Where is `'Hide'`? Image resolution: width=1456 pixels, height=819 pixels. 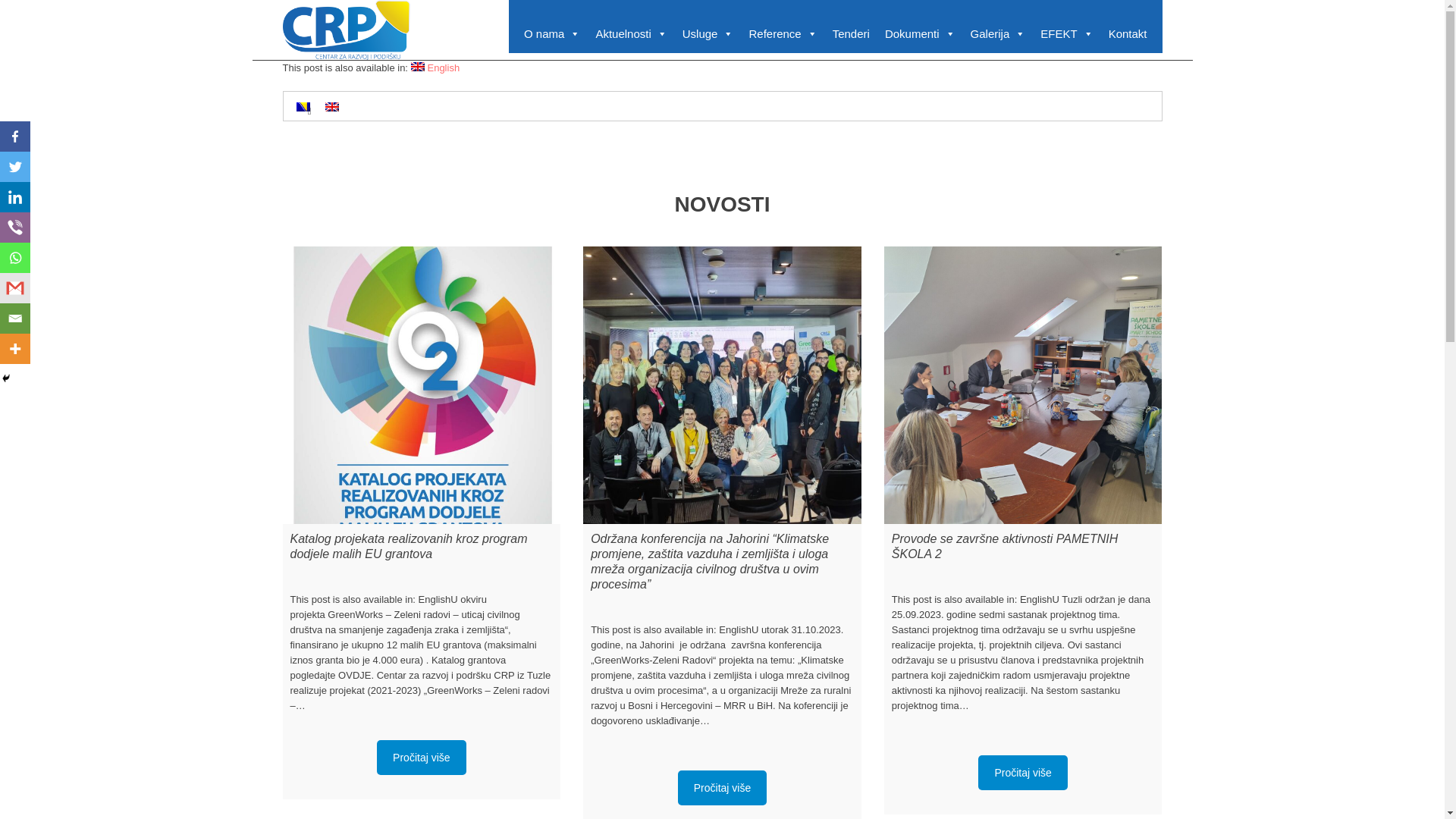
'Hide' is located at coordinates (0, 377).